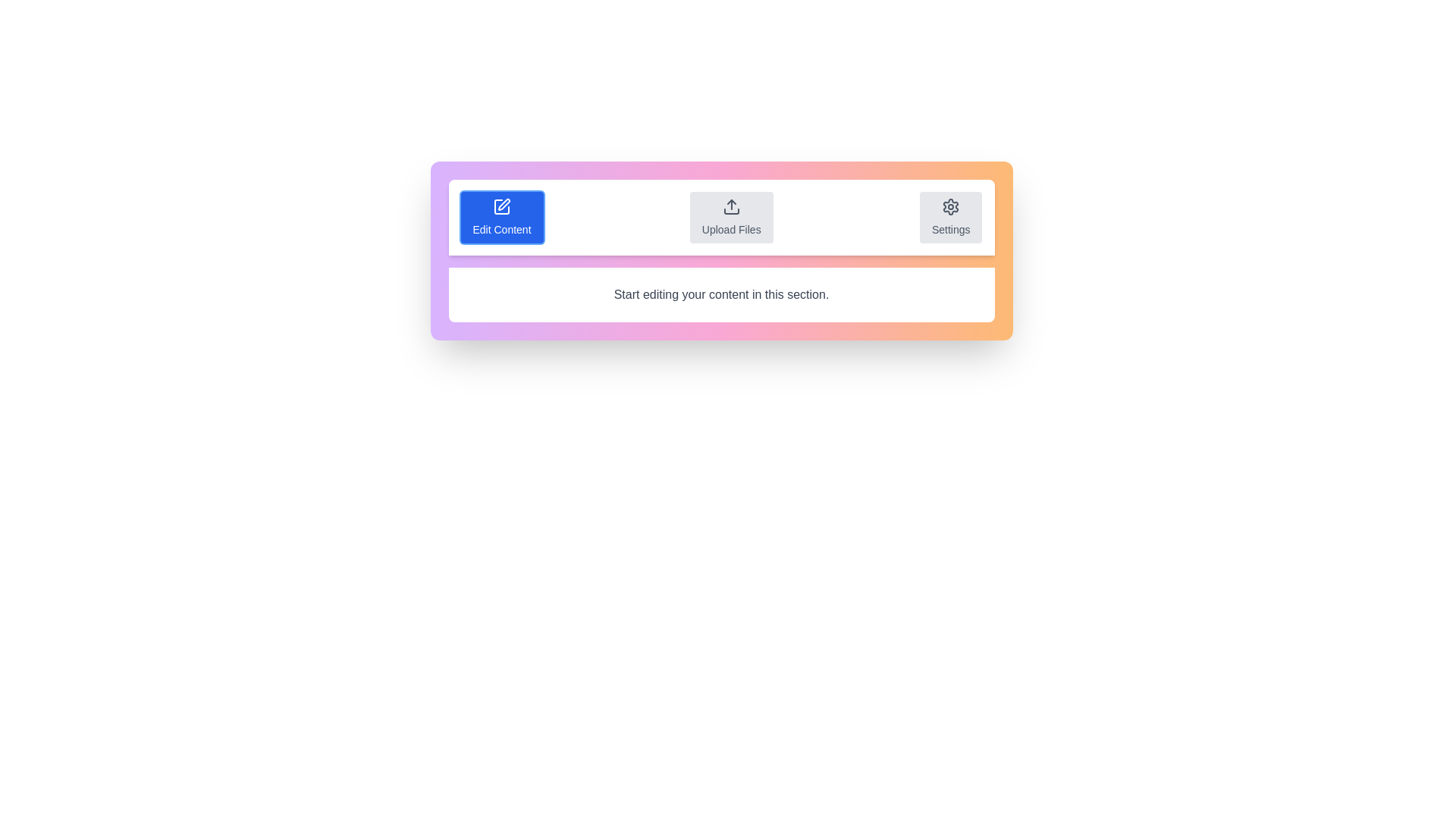 This screenshot has height=819, width=1456. What do you see at coordinates (720, 217) in the screenshot?
I see `the 'Upload Files' button located in the middle of the horizontal bar with a white background that contains three buttons: 'Edit Content', 'Upload Files', and 'Settings'` at bounding box center [720, 217].